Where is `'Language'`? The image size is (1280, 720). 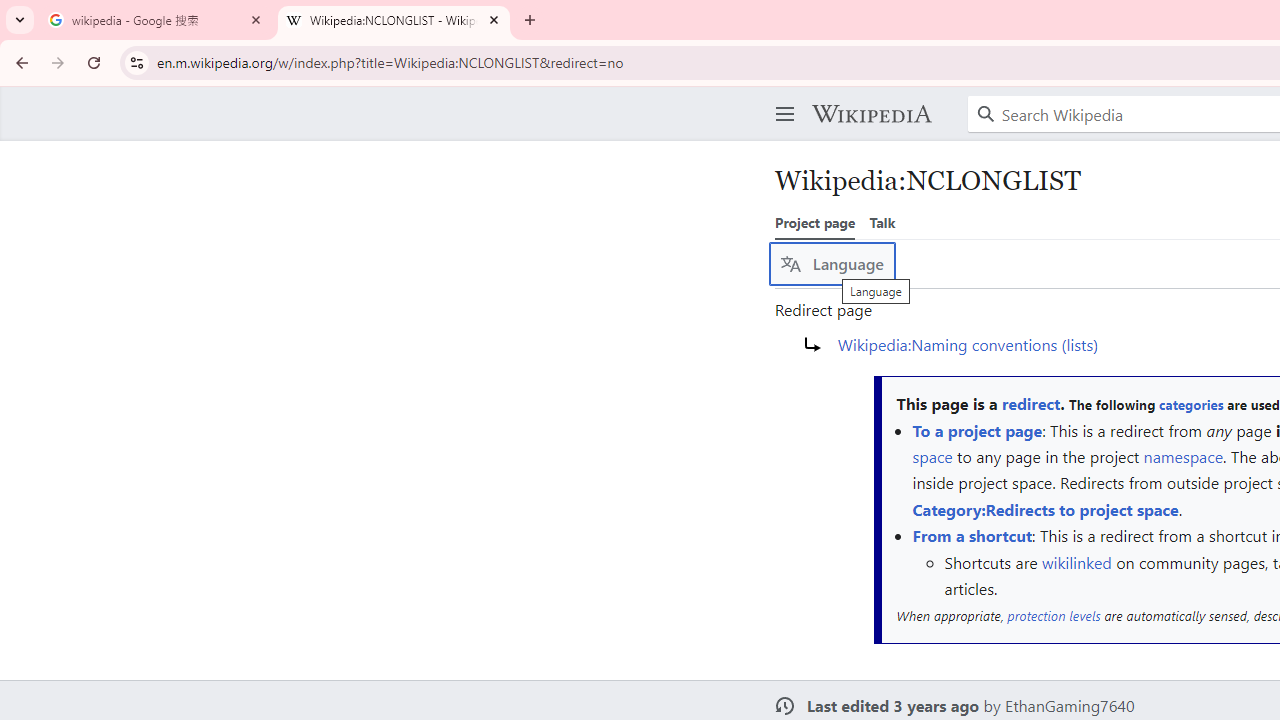
'Language' is located at coordinates (832, 263).